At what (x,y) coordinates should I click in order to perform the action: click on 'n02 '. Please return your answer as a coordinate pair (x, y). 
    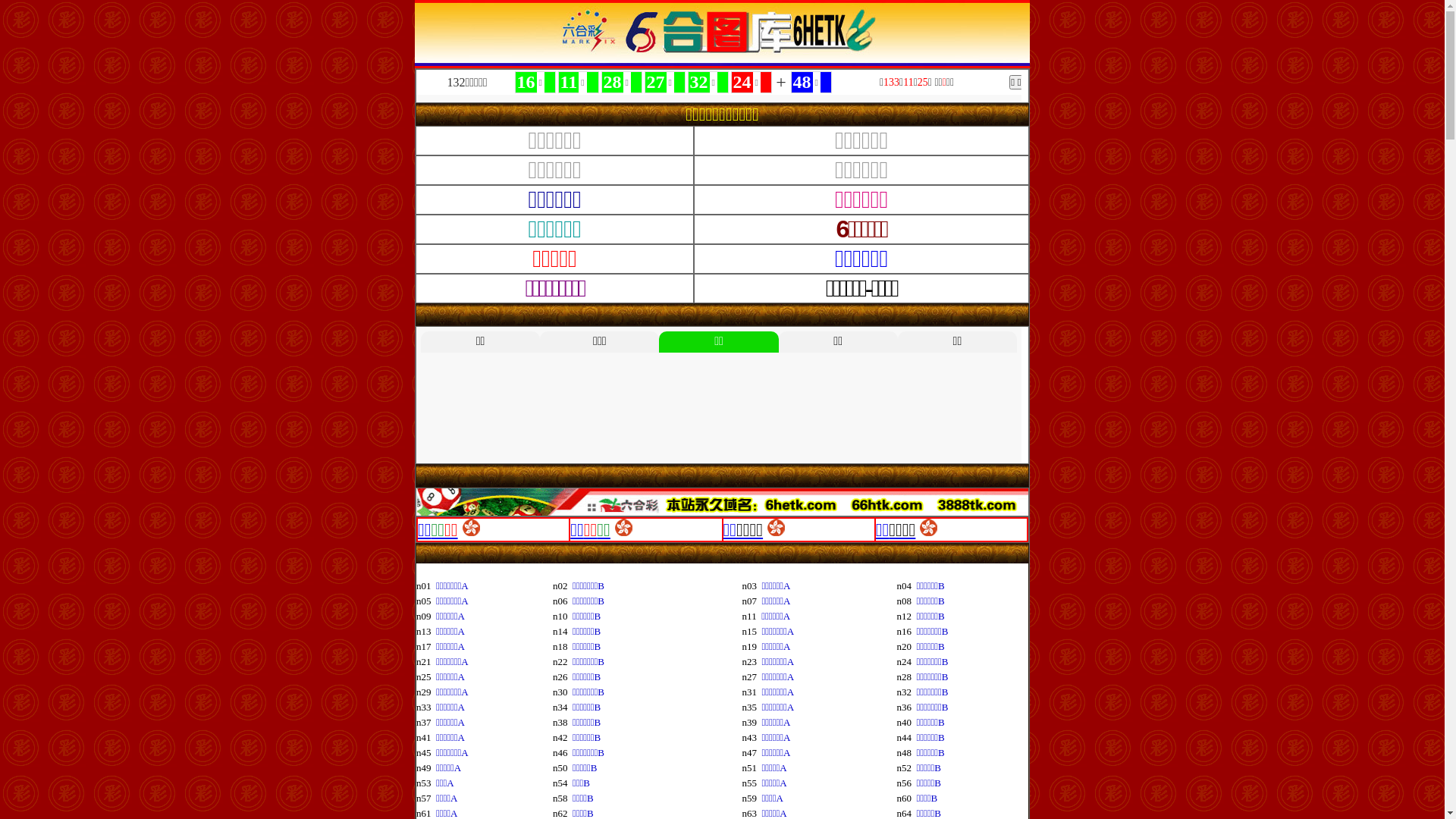
    Looking at the image, I should click on (562, 585).